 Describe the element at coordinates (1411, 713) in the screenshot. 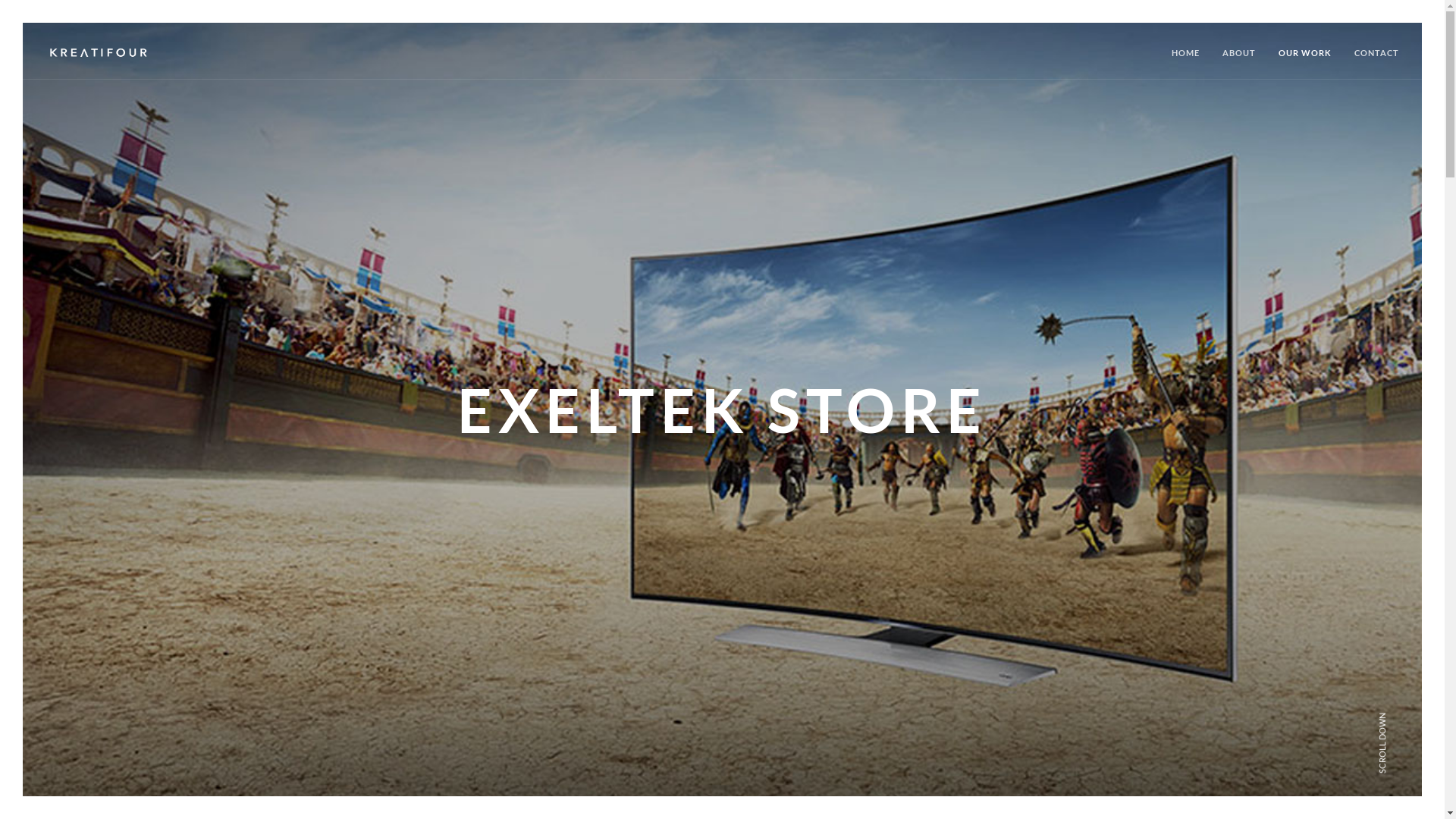

I see `'SCROLL DOWN'` at that location.